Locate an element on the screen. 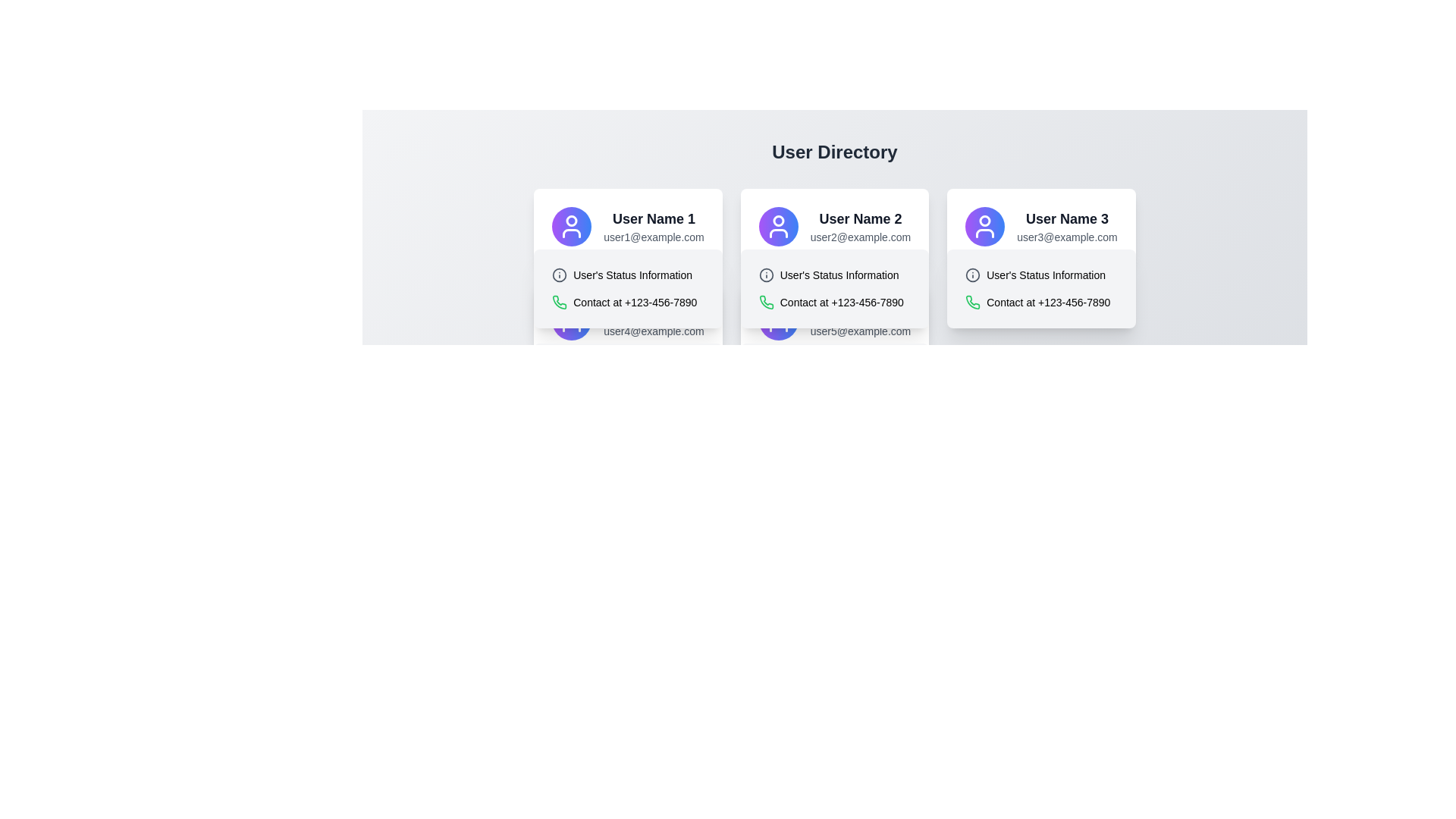 The image size is (1456, 819). text content of the 'User's Status Information' label located in the second user card from the left in the 'User Directory', below the 'User Name 2' heading and email address is located at coordinates (833, 275).